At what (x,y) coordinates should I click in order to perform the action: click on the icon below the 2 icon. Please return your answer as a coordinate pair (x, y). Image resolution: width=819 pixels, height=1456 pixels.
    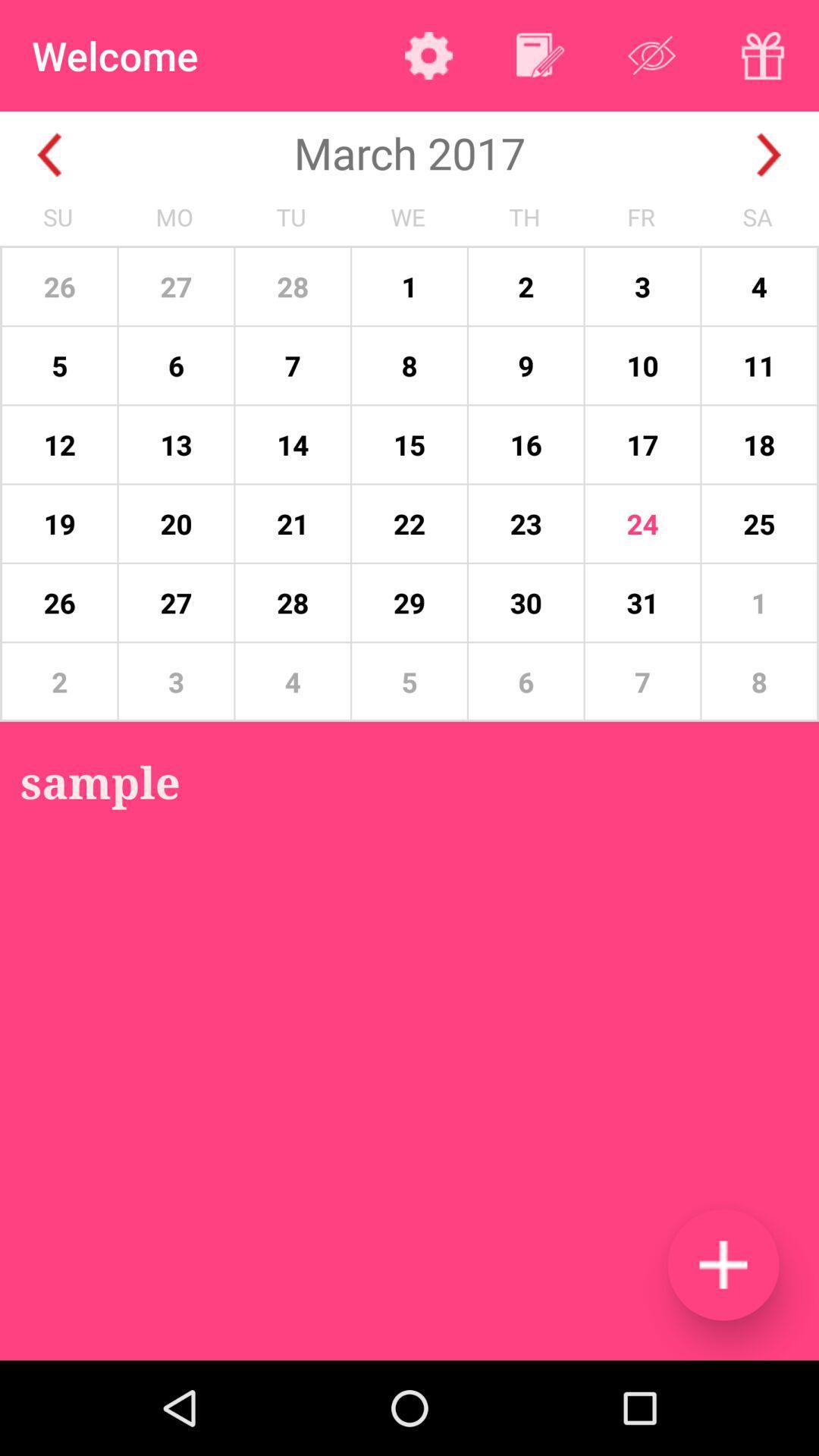
    Looking at the image, I should click on (100, 781).